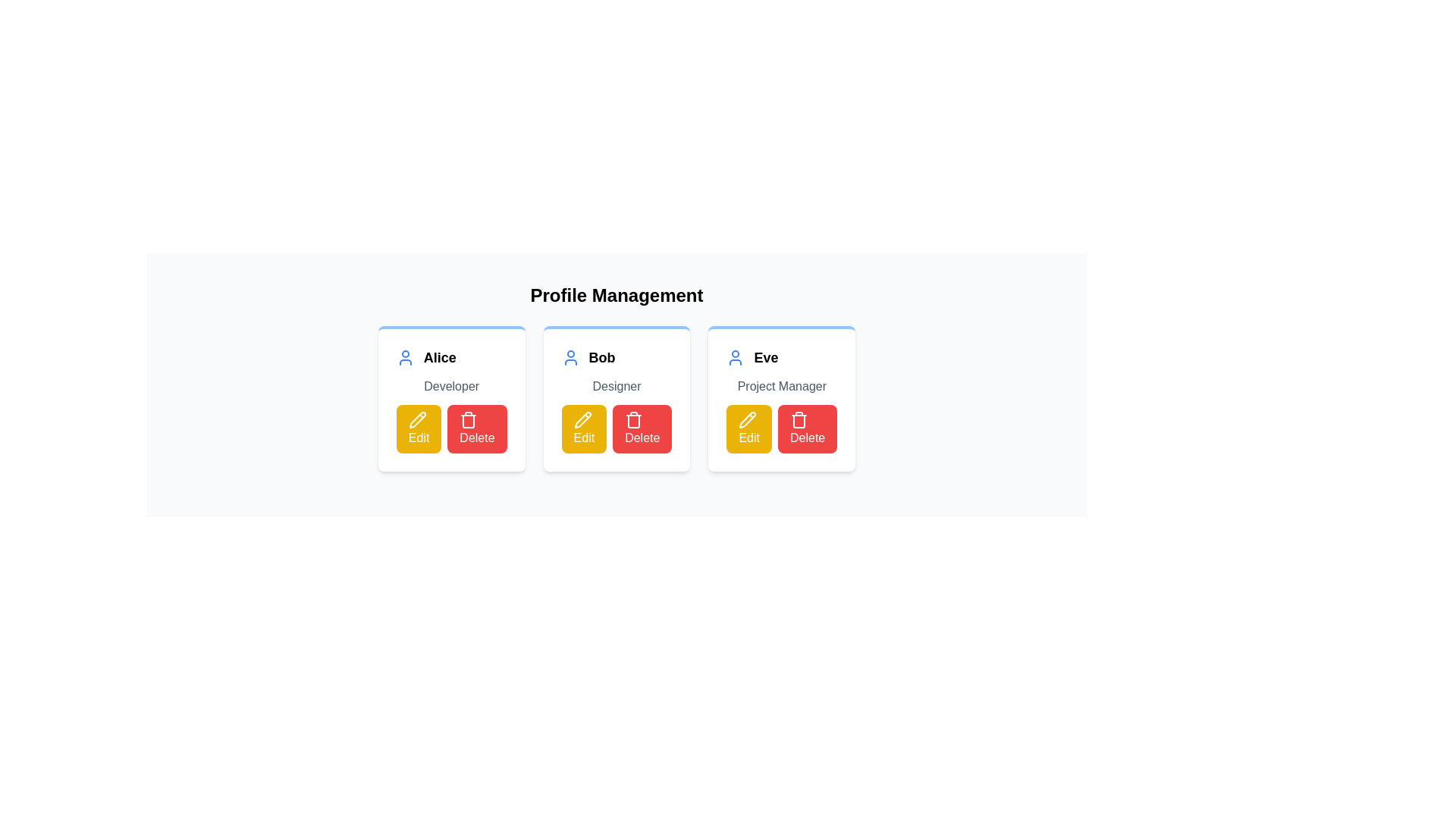 The height and width of the screenshot is (819, 1456). I want to click on the gray text label displaying 'Designer' located below the name 'Bob' in the user profile card, so click(617, 385).